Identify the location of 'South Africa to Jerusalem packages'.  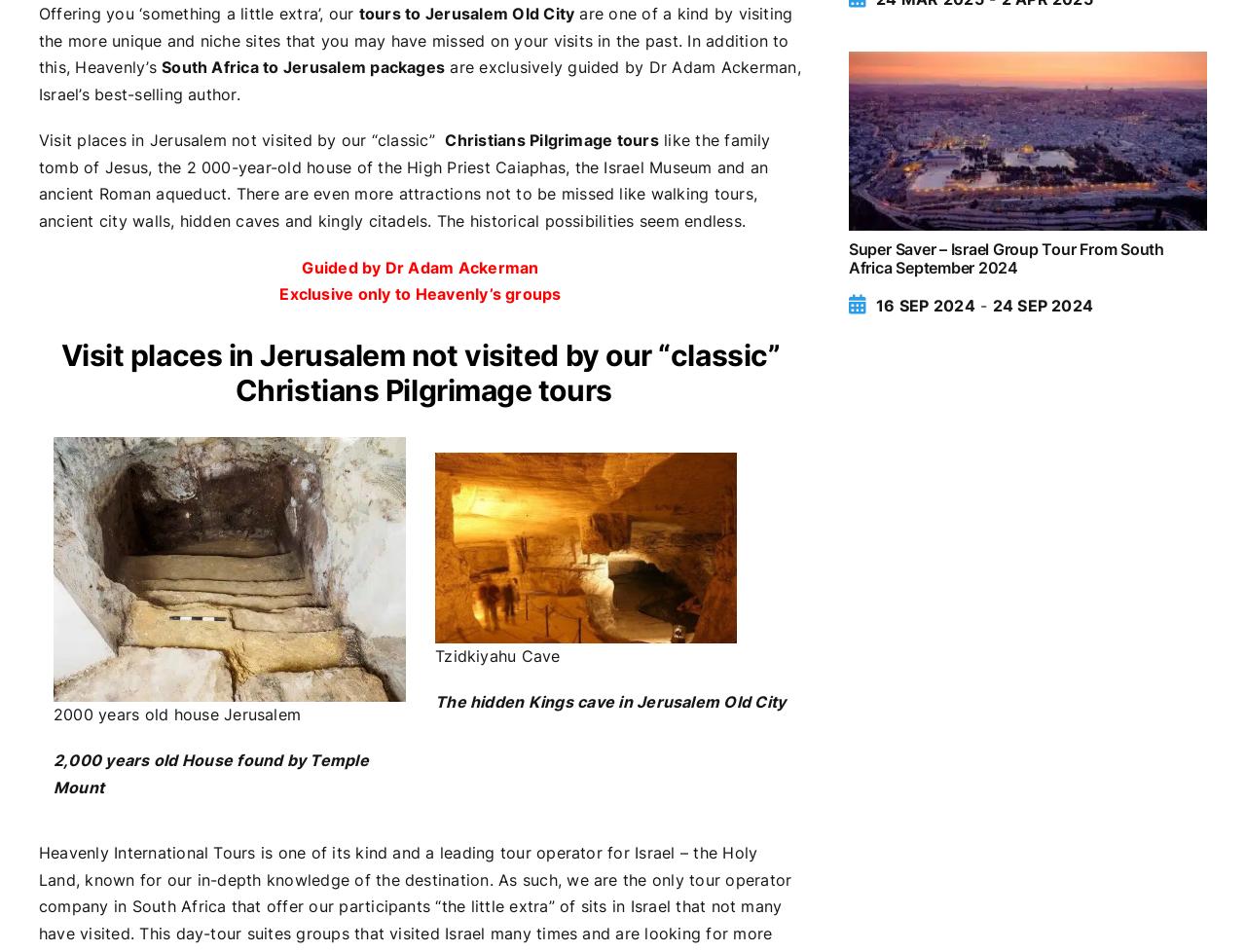
(302, 67).